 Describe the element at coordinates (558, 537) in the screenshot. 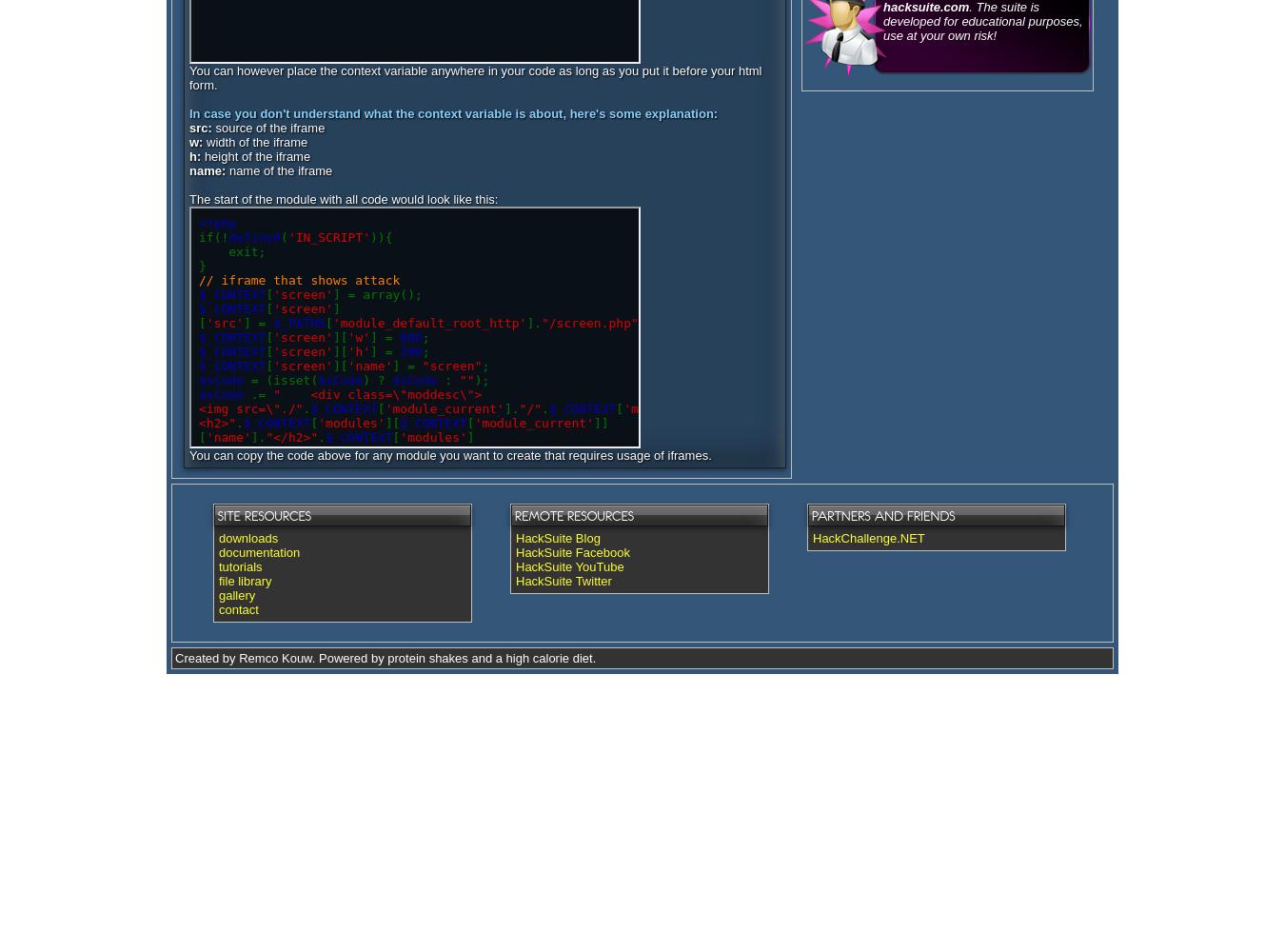

I see `'HackSuite Blog'` at that location.